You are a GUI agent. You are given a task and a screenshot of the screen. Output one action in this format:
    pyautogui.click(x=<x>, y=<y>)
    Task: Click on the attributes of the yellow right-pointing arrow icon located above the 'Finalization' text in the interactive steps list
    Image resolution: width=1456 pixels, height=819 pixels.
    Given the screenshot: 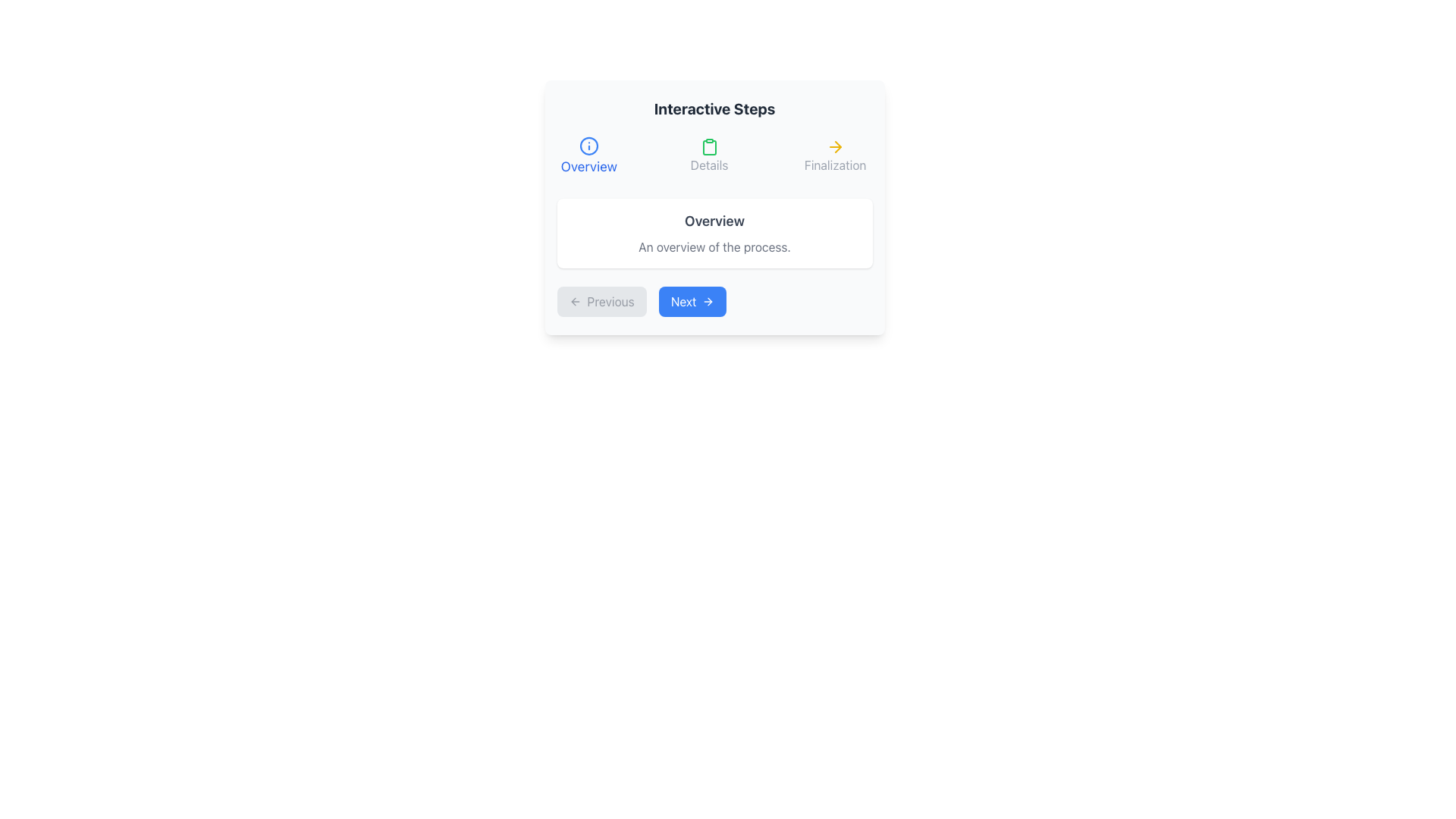 What is the action you would take?
    pyautogui.click(x=834, y=146)
    